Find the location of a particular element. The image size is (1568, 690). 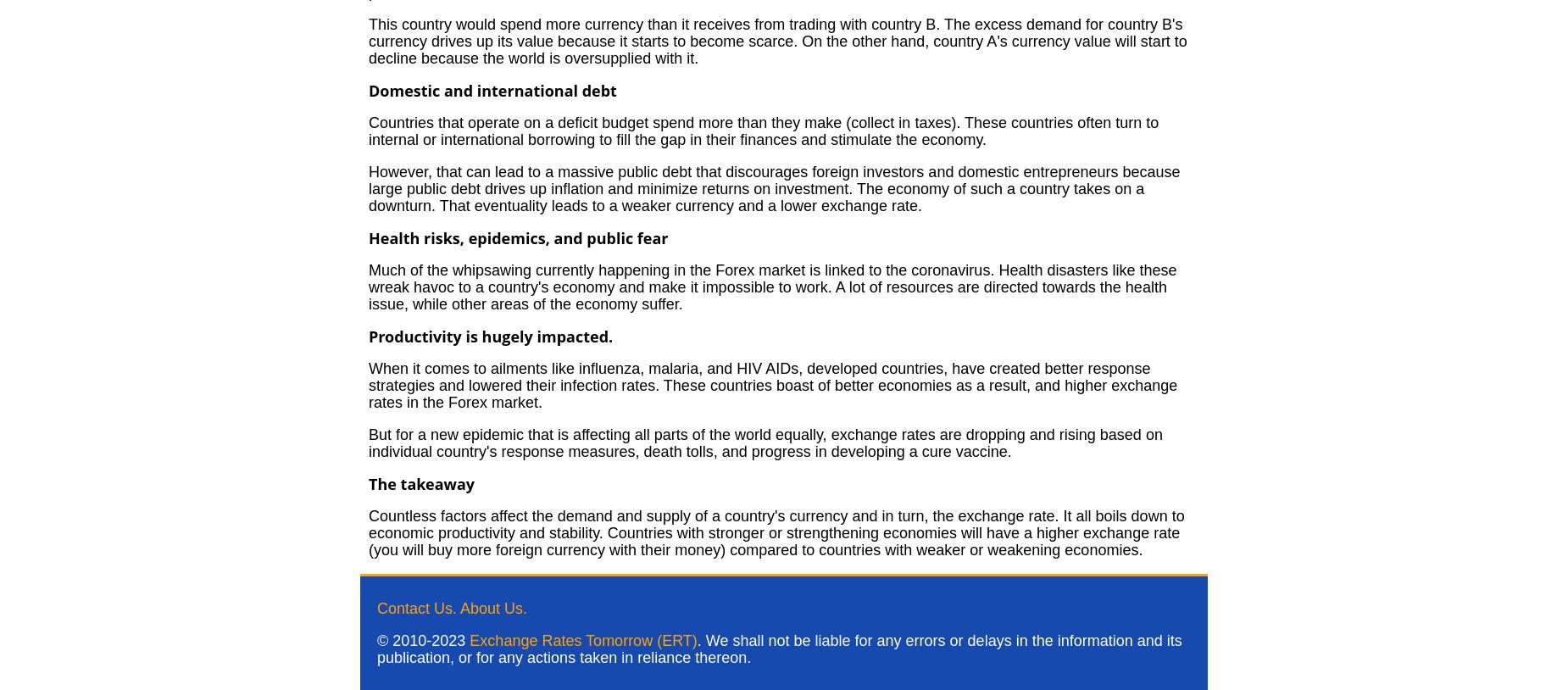

'Countries that operate on a deficit budget spend more than they make (collect in taxes). These countries often turn to internal or international borrowing to fill the gap in their finances and stimulate the economy.' is located at coordinates (763, 130).